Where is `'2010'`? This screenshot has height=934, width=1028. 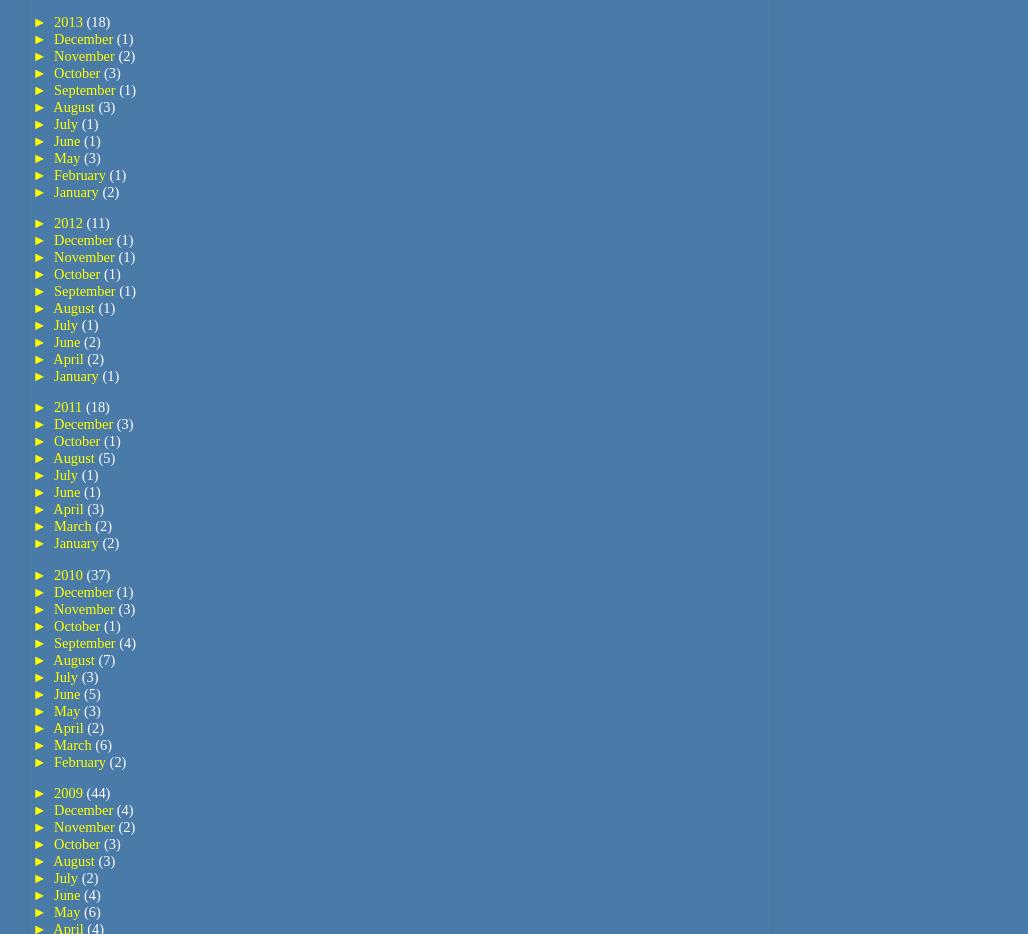
'2010' is located at coordinates (69, 573).